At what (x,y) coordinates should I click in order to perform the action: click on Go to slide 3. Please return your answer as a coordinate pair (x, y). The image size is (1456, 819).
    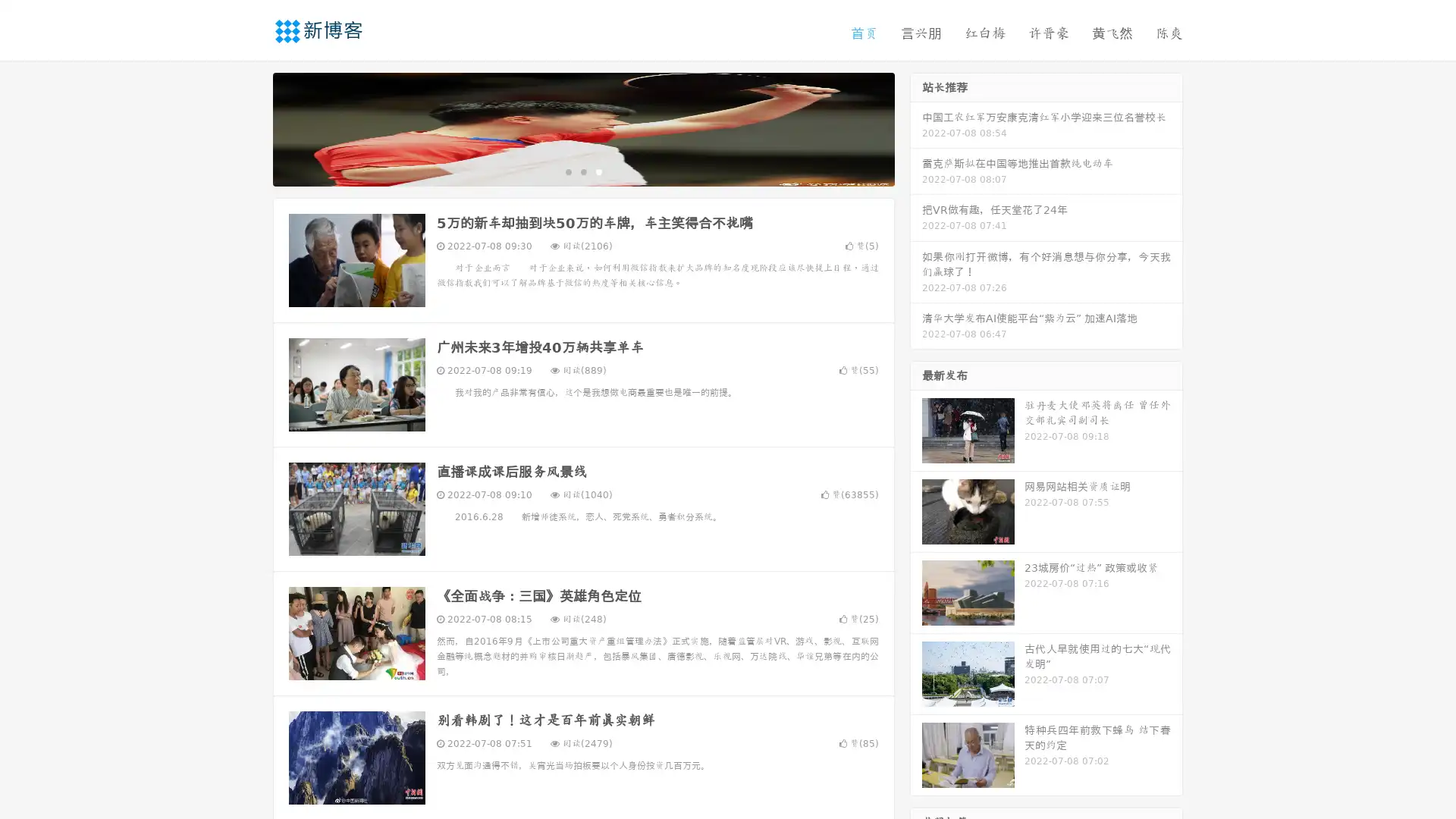
    Looking at the image, I should click on (598, 171).